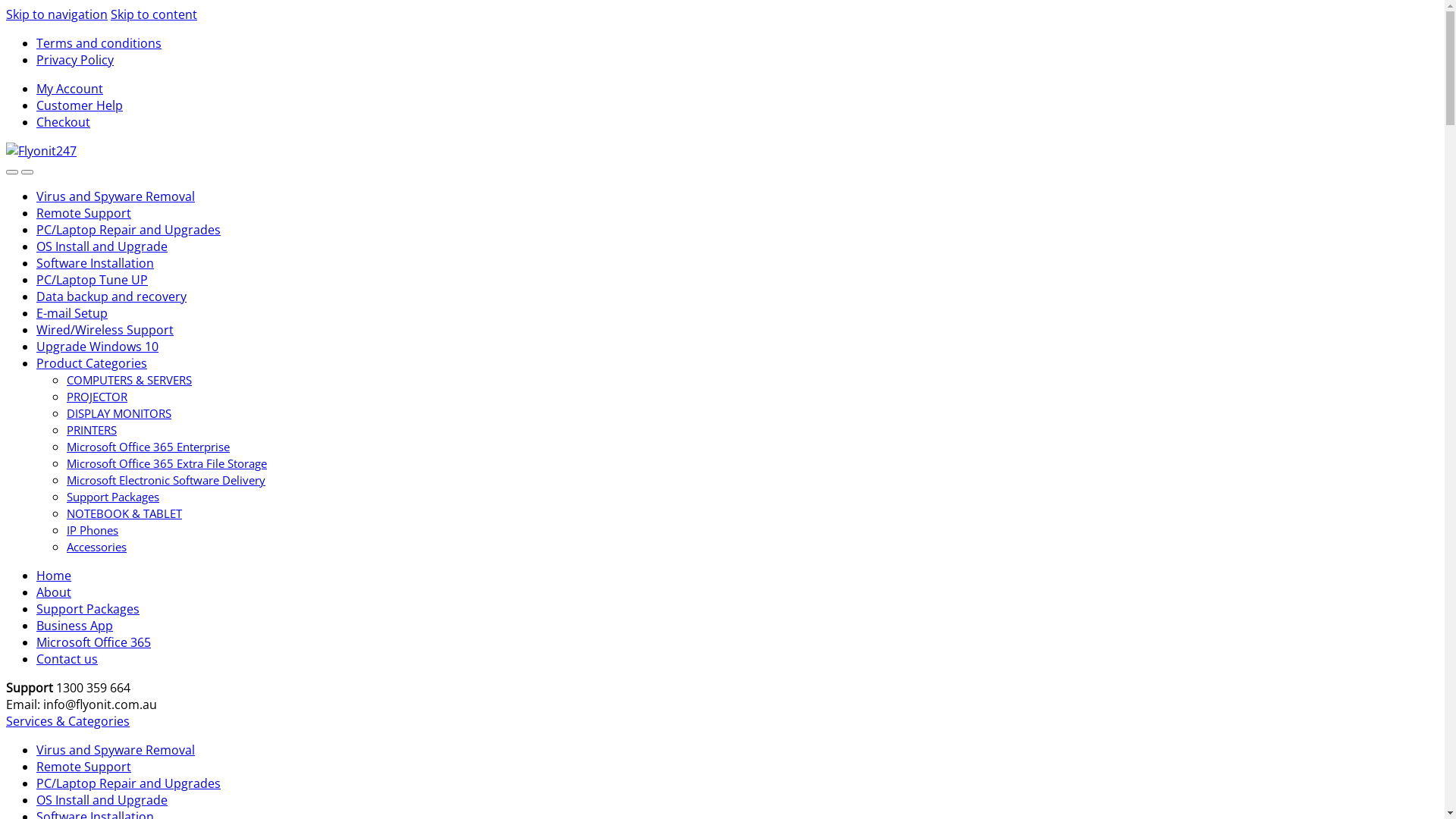 The width and height of the screenshot is (1456, 819). Describe the element at coordinates (101, 245) in the screenshot. I see `'OS Install and Upgrade'` at that location.